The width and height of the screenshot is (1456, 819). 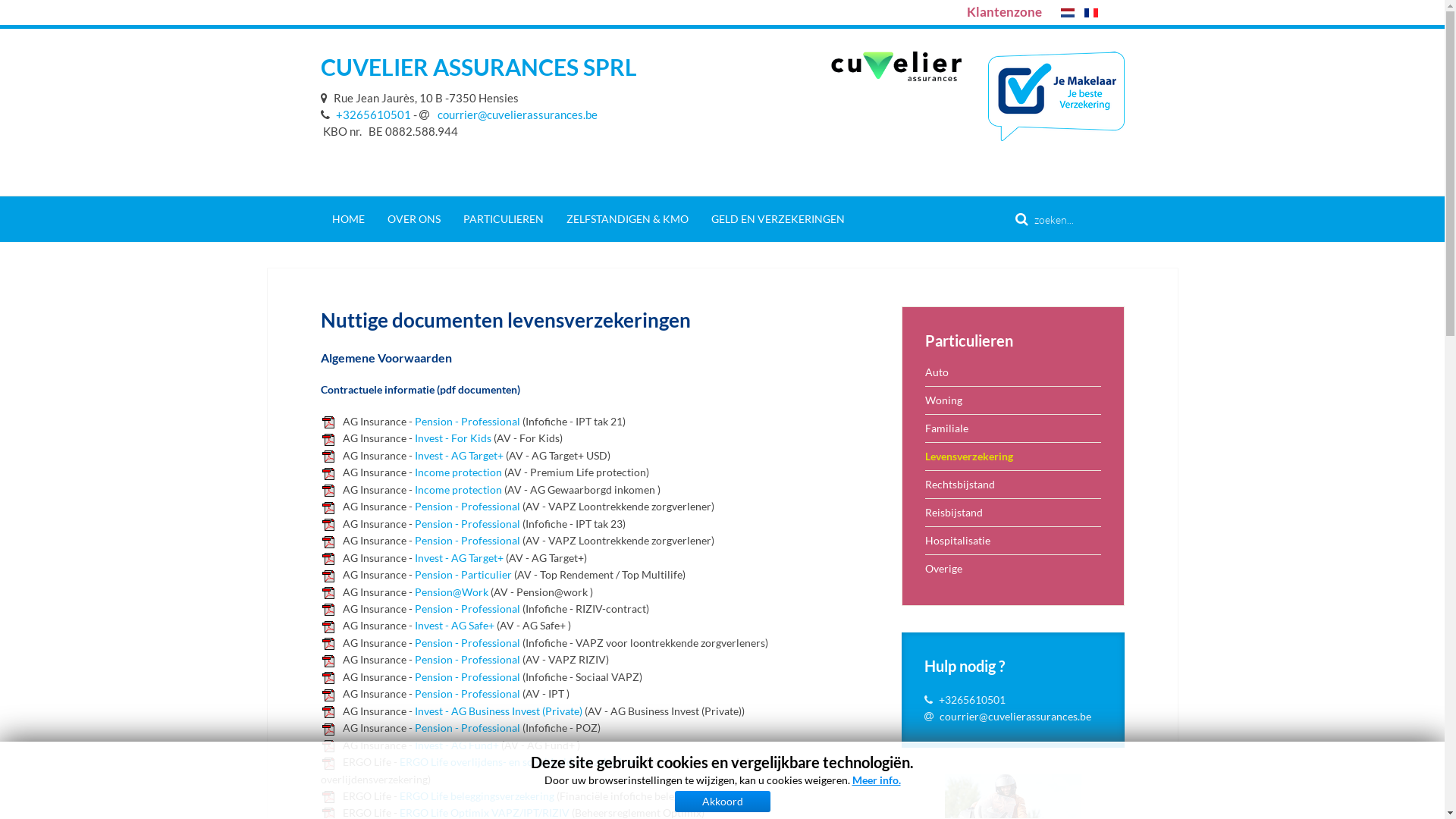 I want to click on 'Woning', so click(x=1012, y=399).